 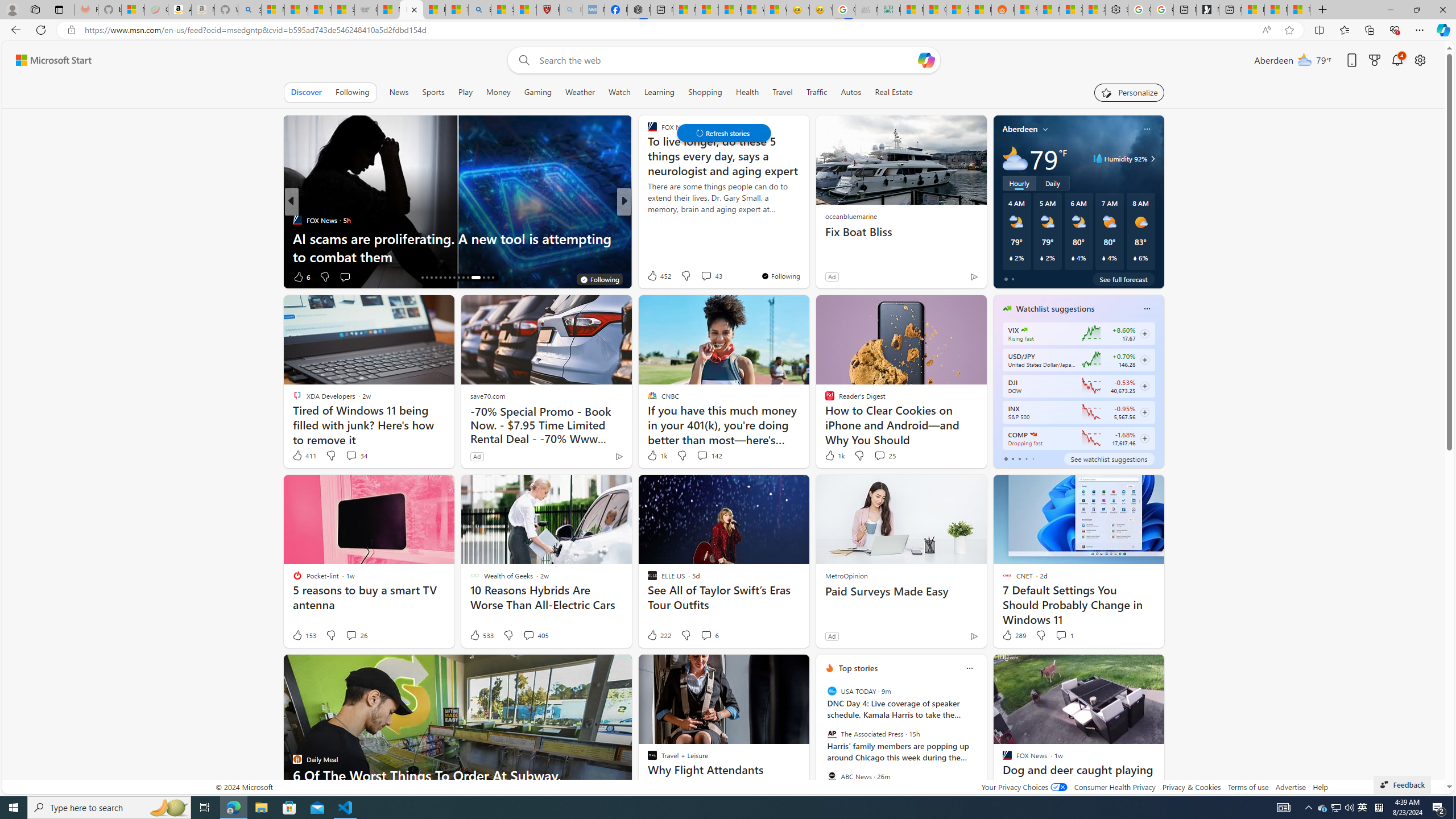 I want to click on 'tab-3', so click(x=1025, y=459).